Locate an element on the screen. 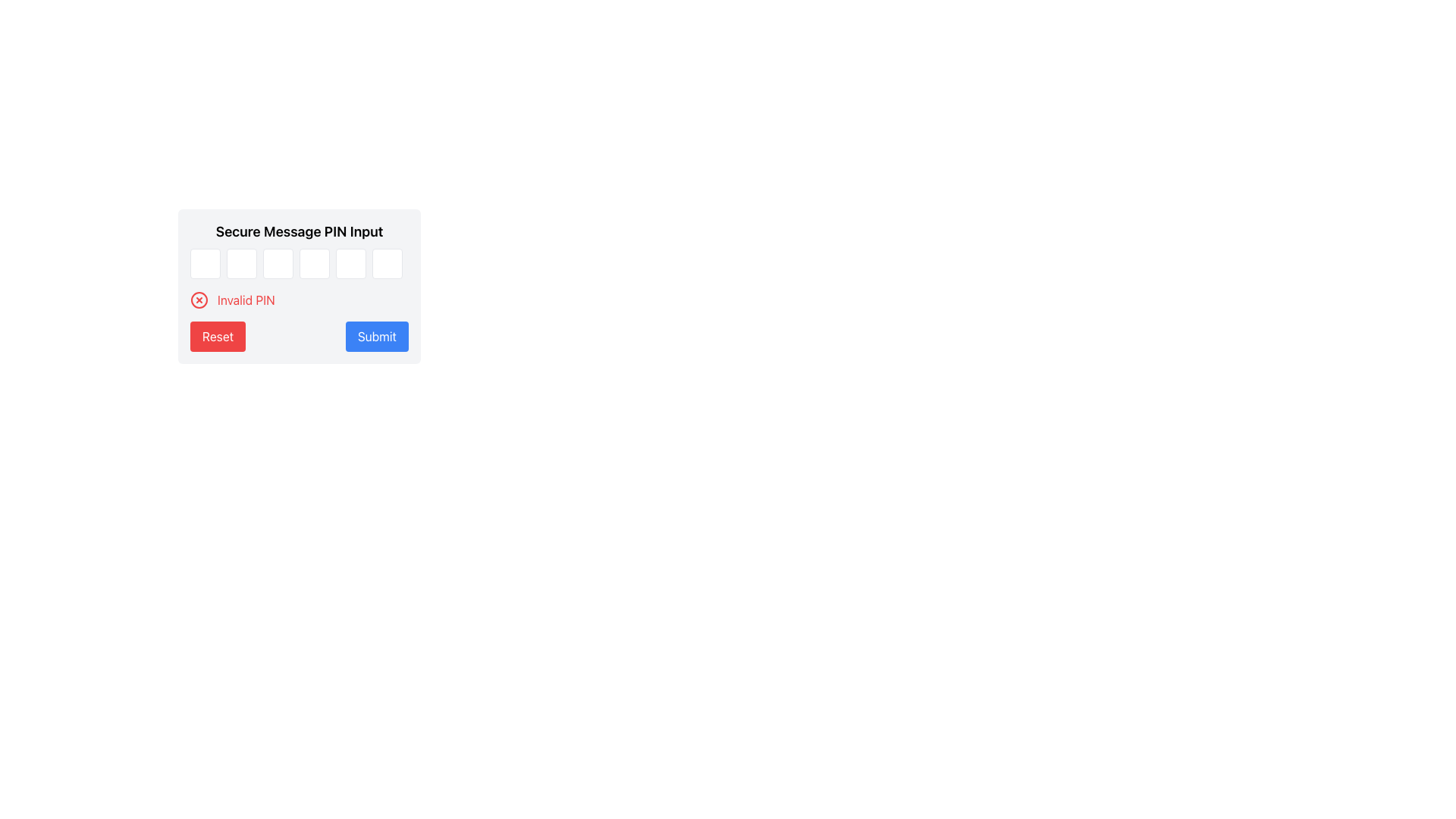  the 'Submit' button which is a rectangular button with rounded corners, styled with a blue background and white text, located at the bottom-right section of the interface is located at coordinates (377, 335).